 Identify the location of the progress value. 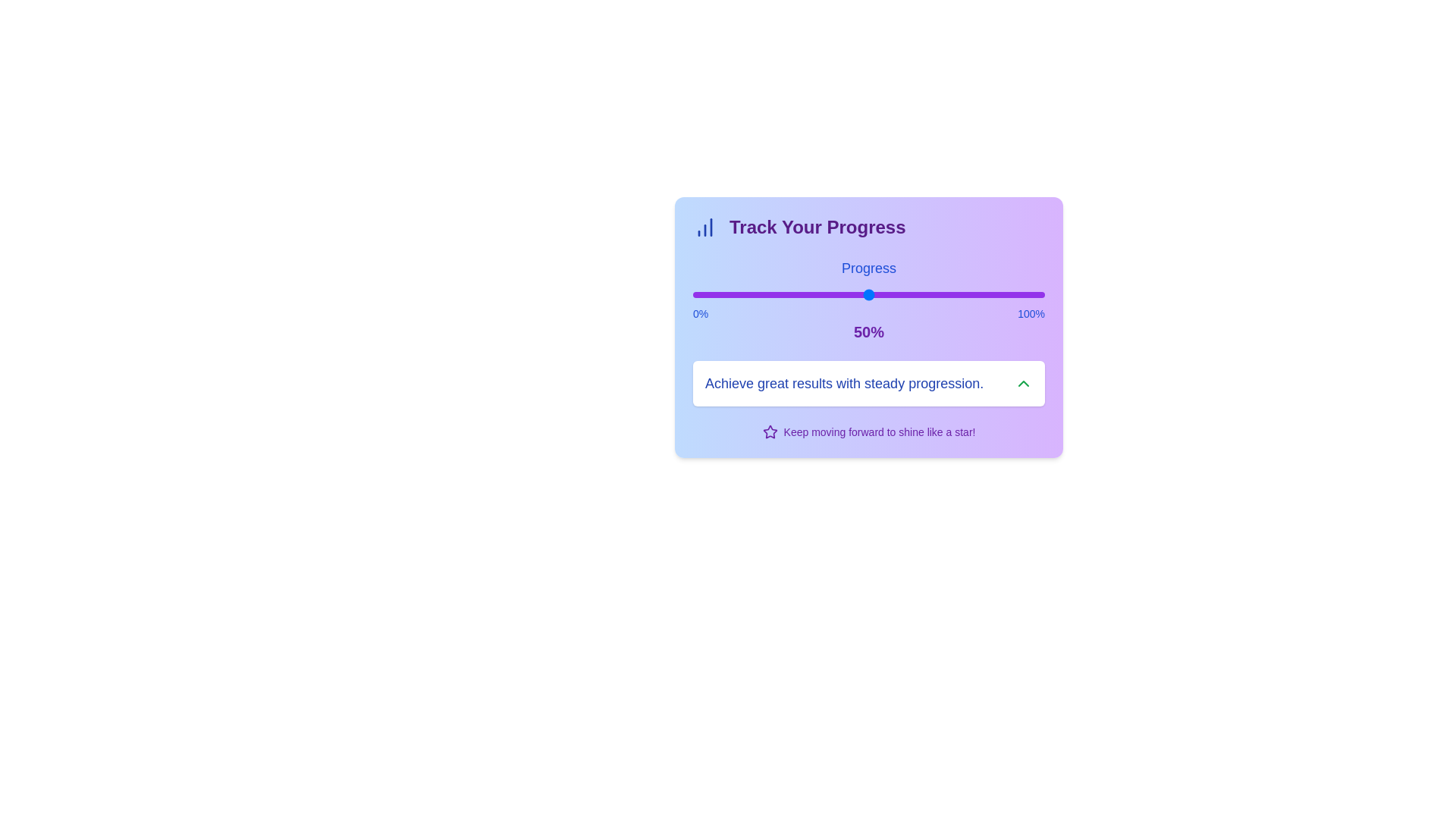
(897, 295).